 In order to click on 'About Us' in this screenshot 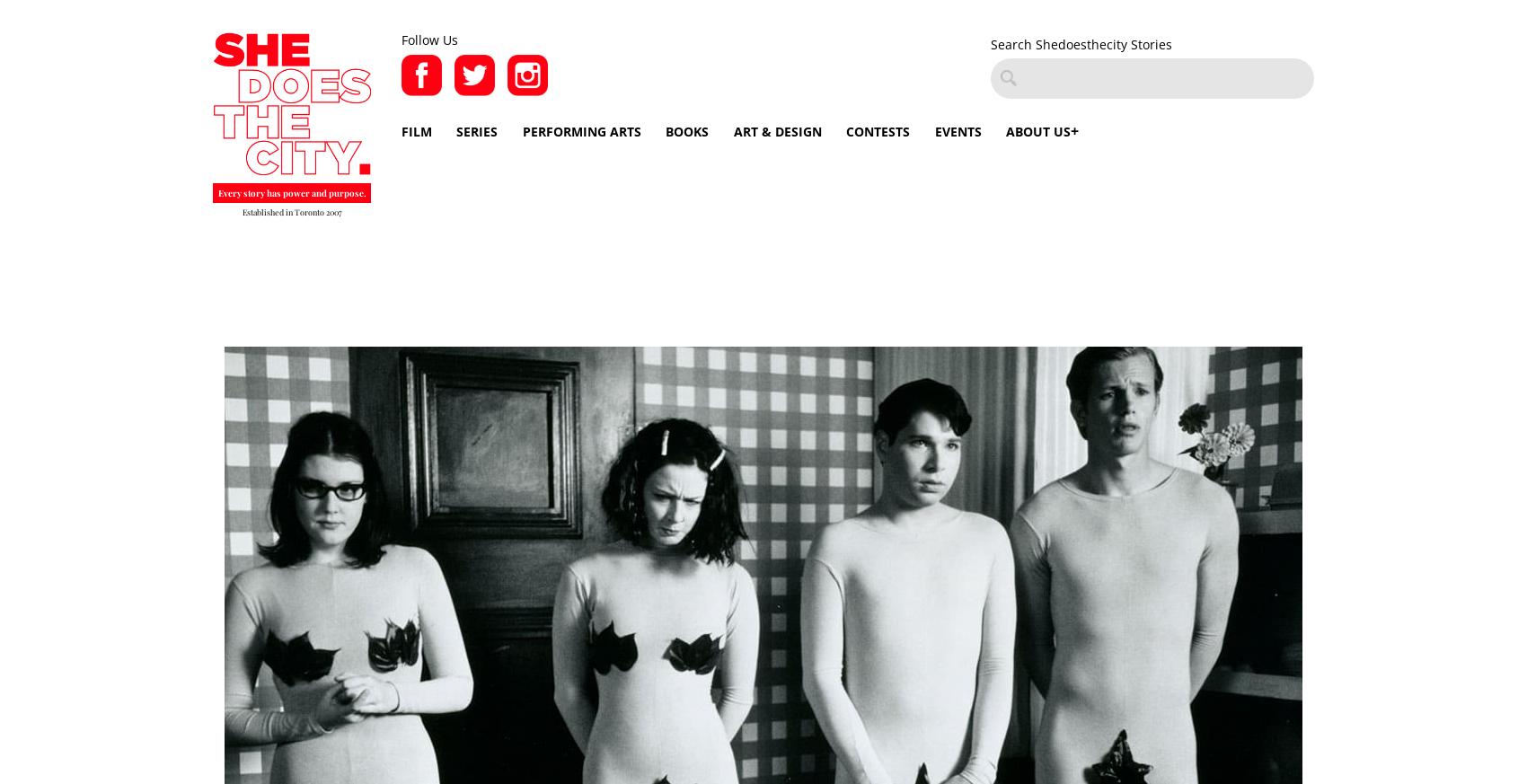, I will do `click(1038, 130)`.